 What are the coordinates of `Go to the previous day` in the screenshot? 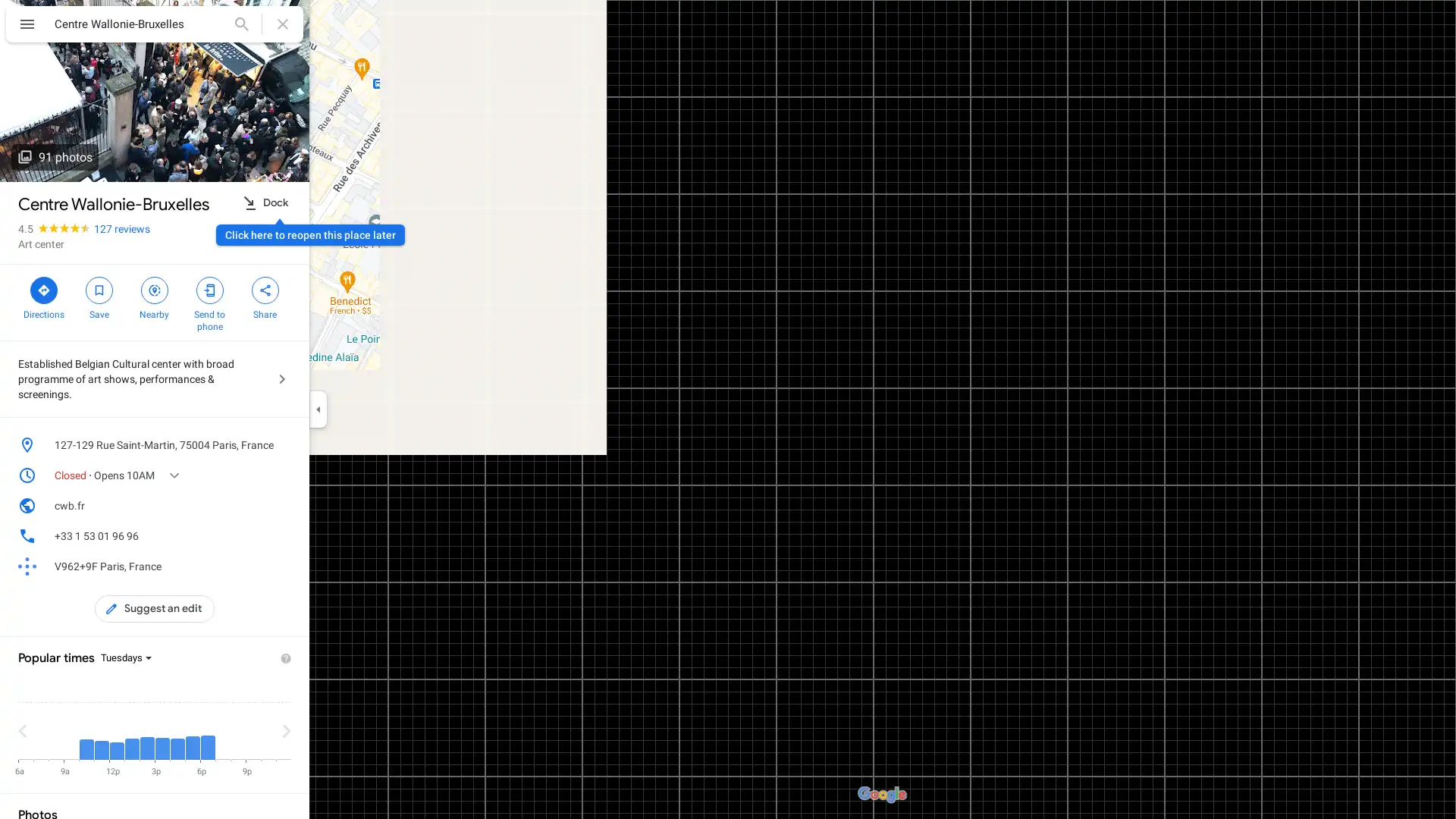 It's located at (22, 730).